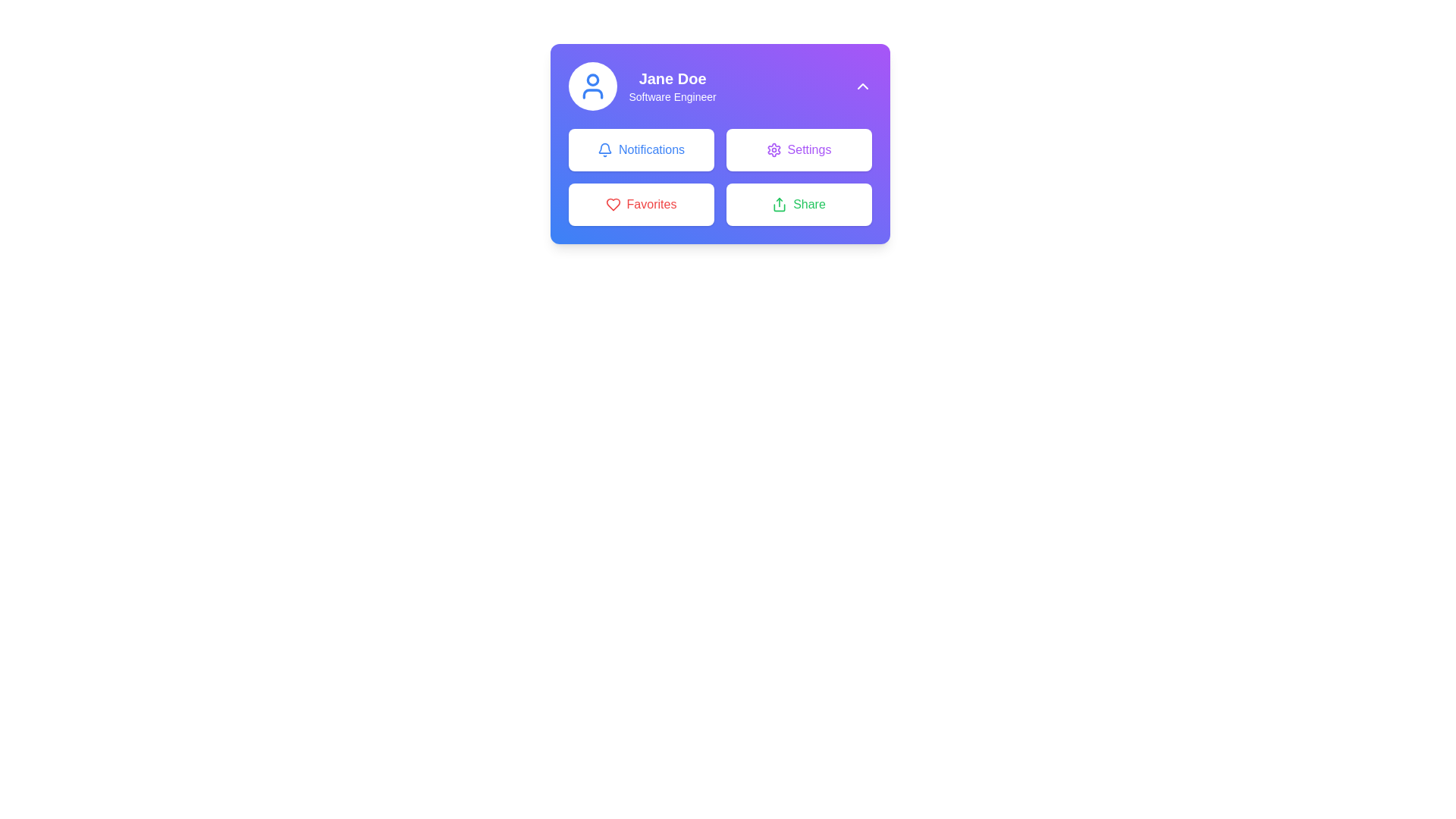 The width and height of the screenshot is (1456, 819). Describe the element at coordinates (604, 149) in the screenshot. I see `the bell icon within the 'Notifications' button` at that location.